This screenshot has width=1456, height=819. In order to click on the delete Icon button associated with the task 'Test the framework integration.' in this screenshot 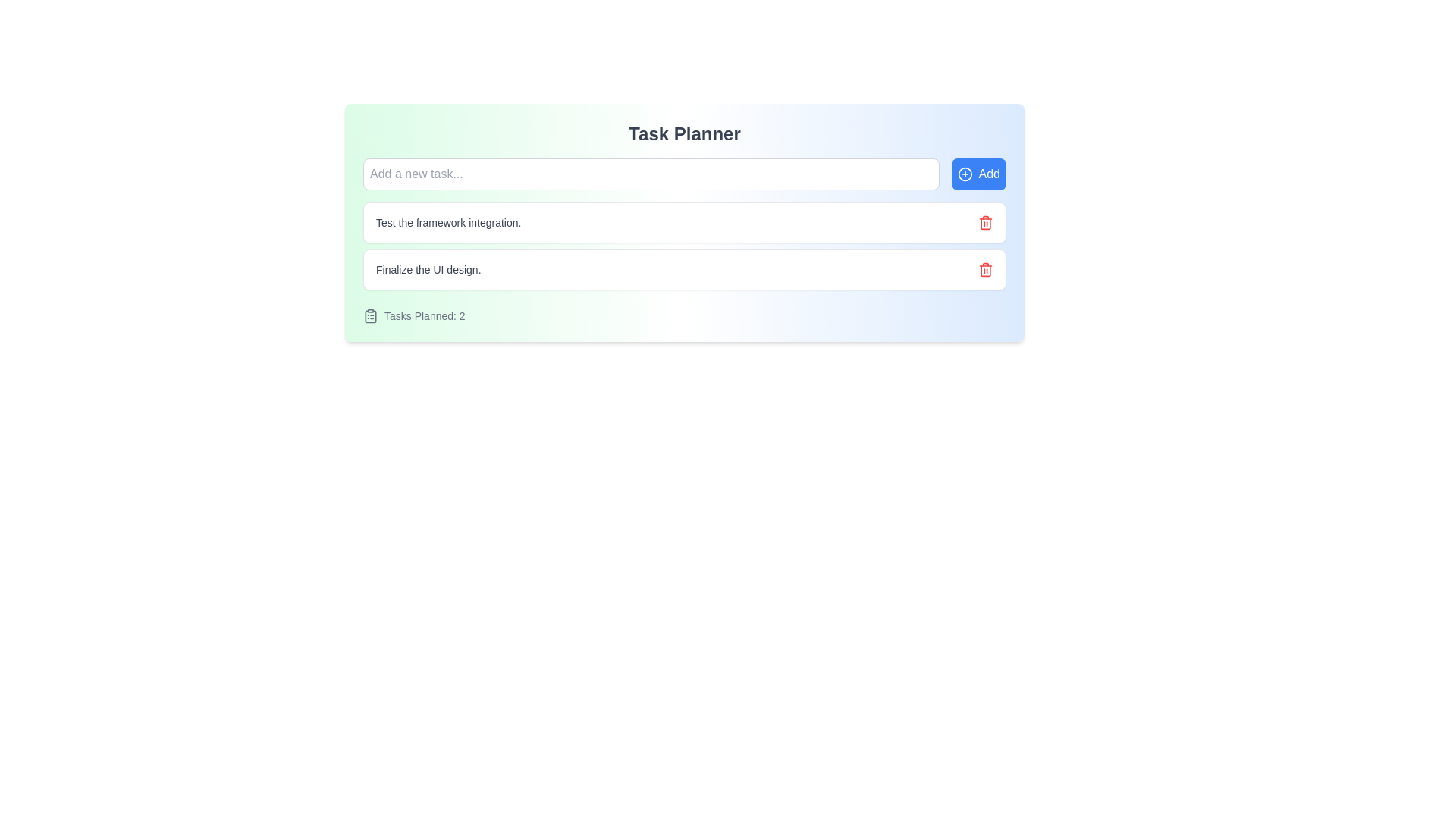, I will do `click(986, 222)`.